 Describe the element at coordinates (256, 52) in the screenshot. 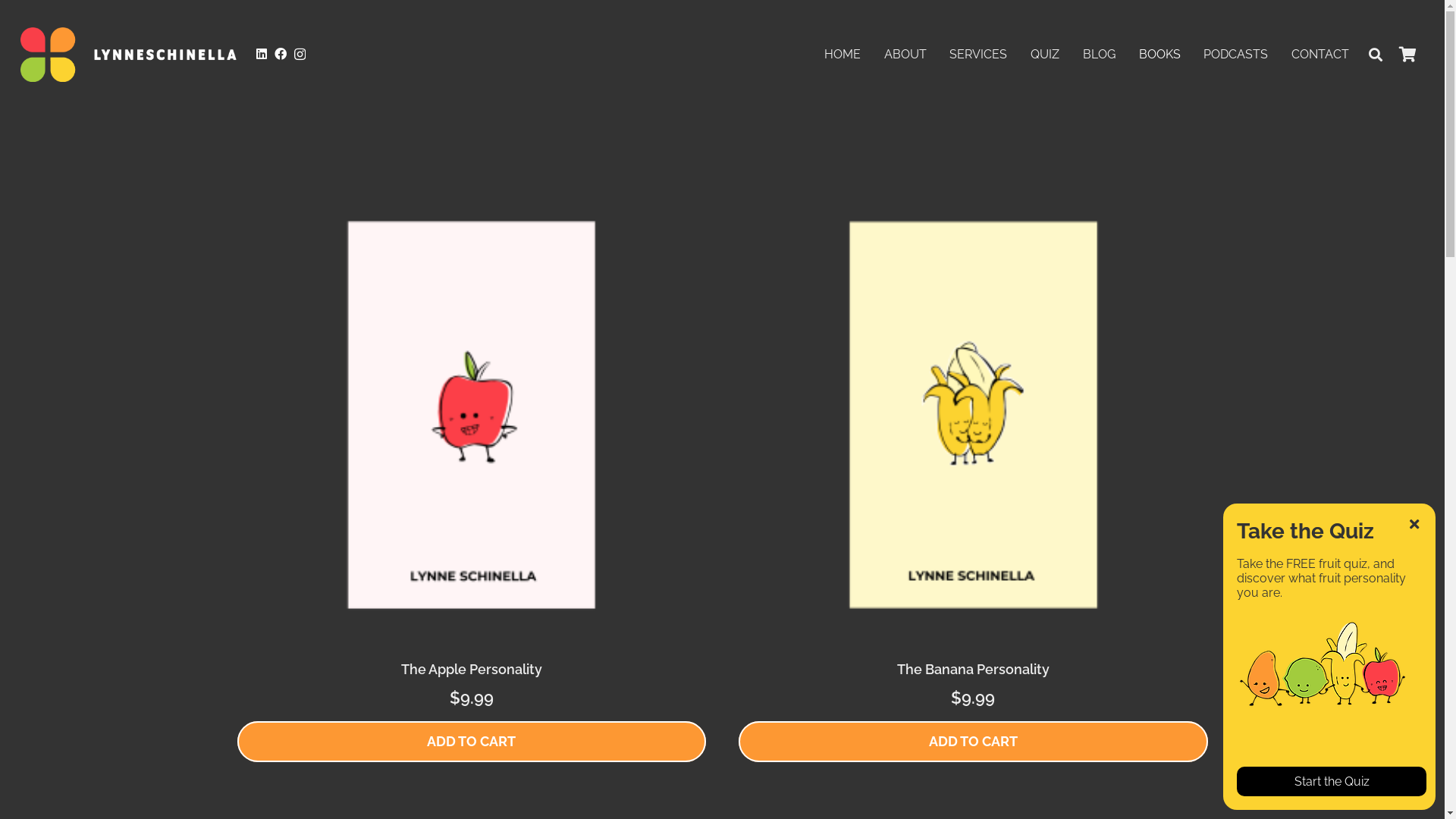

I see `'LinkedIn'` at that location.